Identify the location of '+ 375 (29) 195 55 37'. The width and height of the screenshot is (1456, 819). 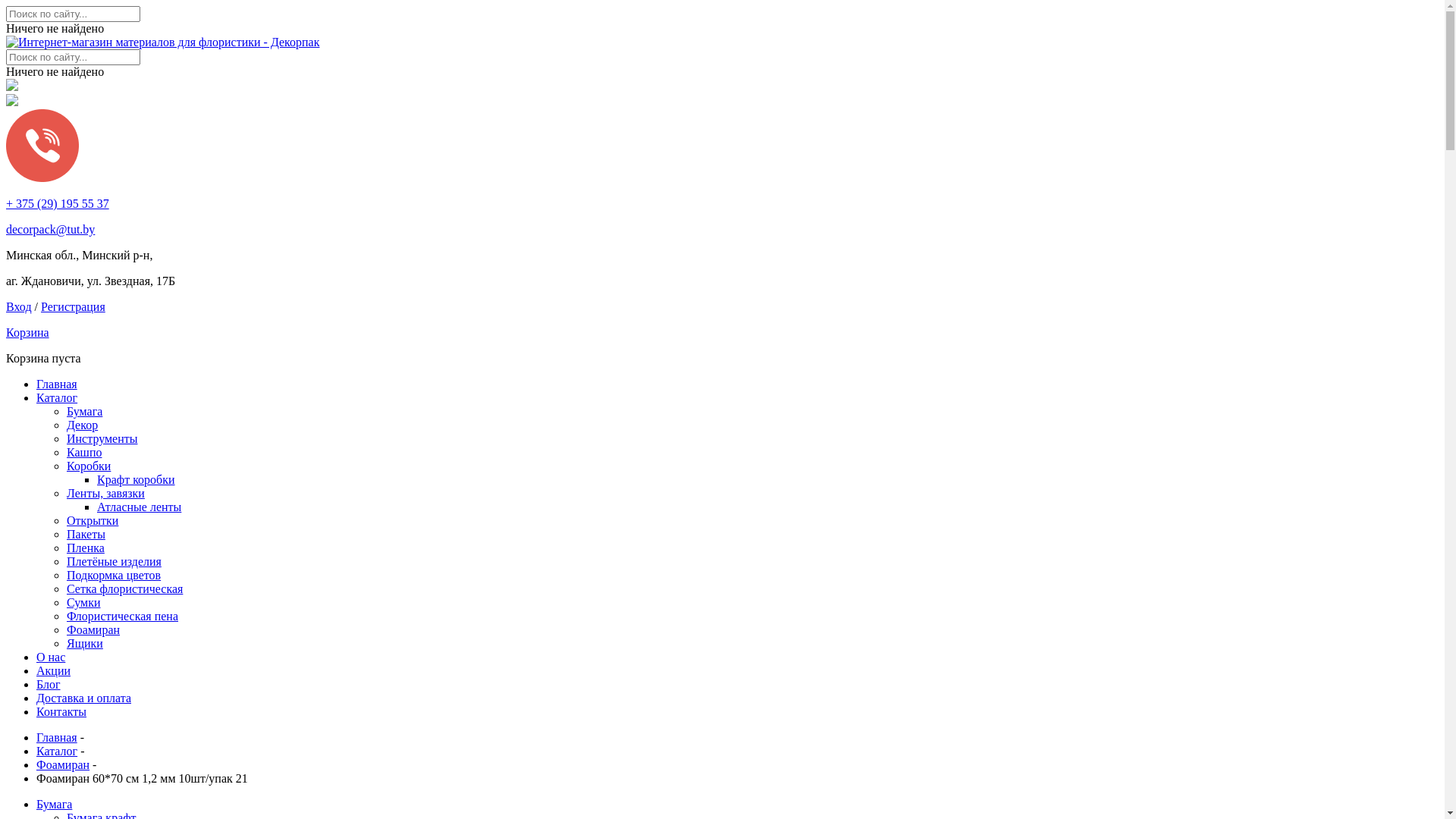
(58, 202).